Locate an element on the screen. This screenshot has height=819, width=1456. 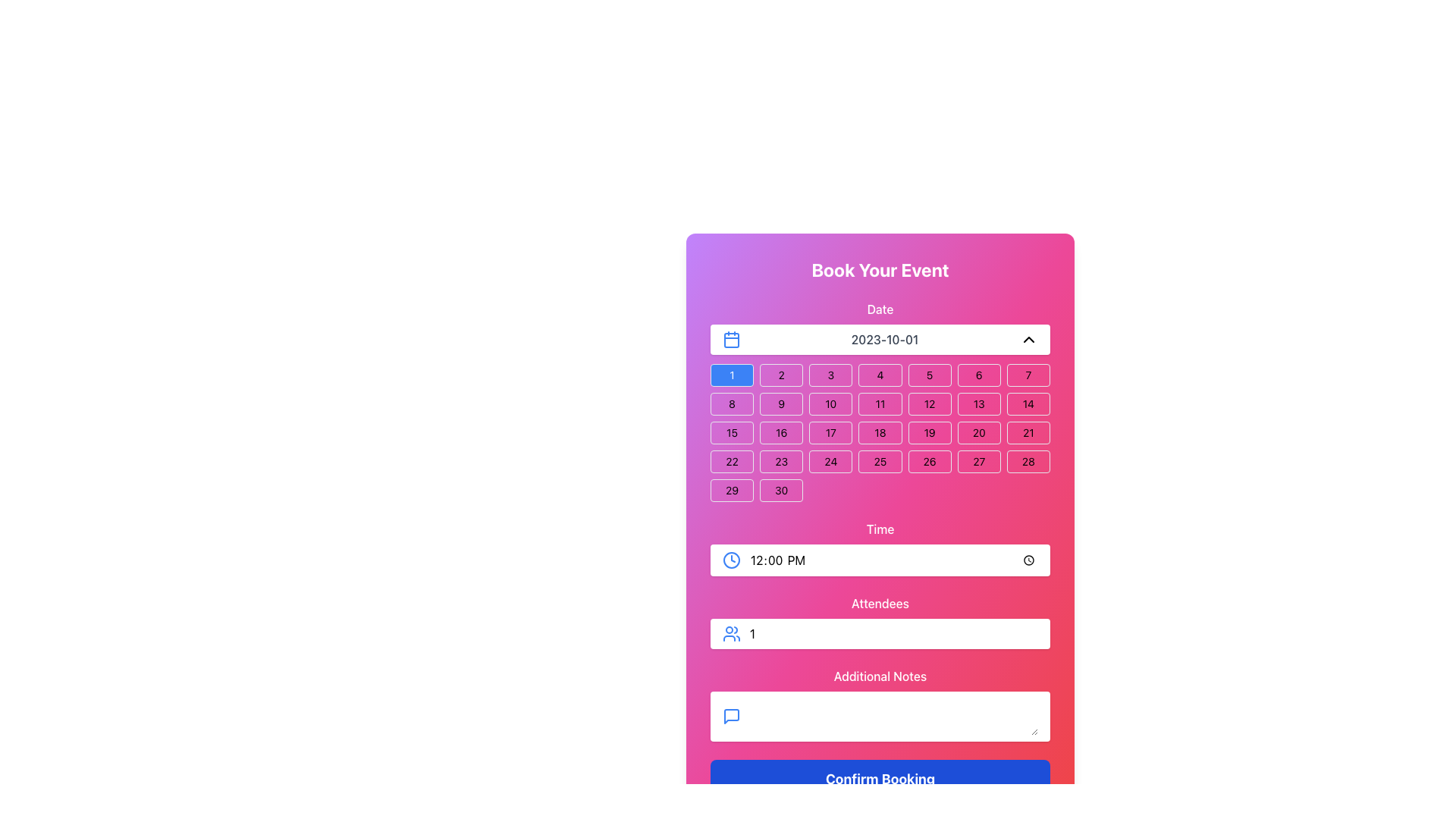
the clock icon representing the time functionality, which is positioned at the start of the 'Time' section in the interface is located at coordinates (731, 560).